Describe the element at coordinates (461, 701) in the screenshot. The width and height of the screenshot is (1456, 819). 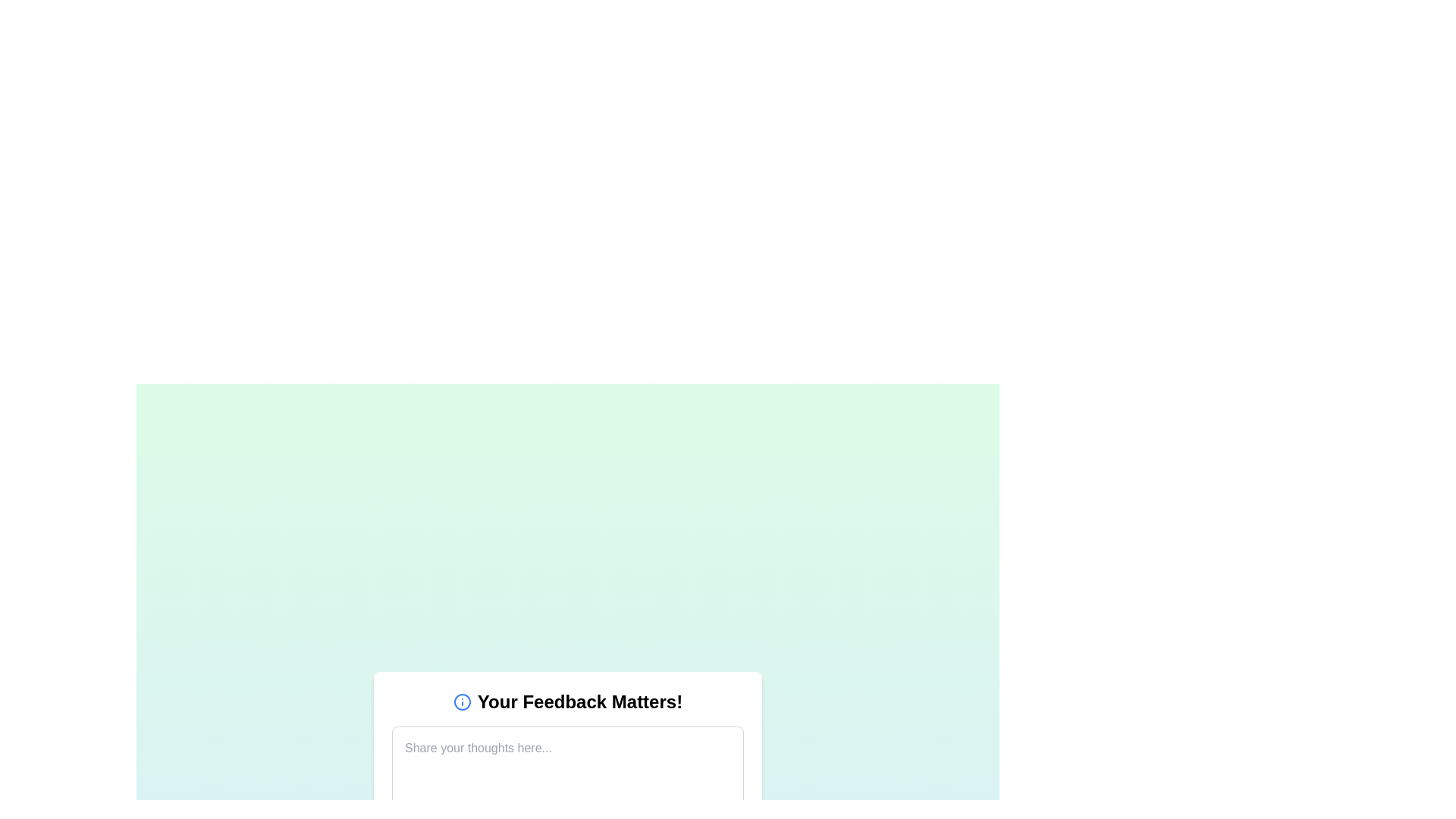
I see `the info icon styled in a circular outline with a blue color, located to the left of the text 'Your Feedback Matters!'` at that location.